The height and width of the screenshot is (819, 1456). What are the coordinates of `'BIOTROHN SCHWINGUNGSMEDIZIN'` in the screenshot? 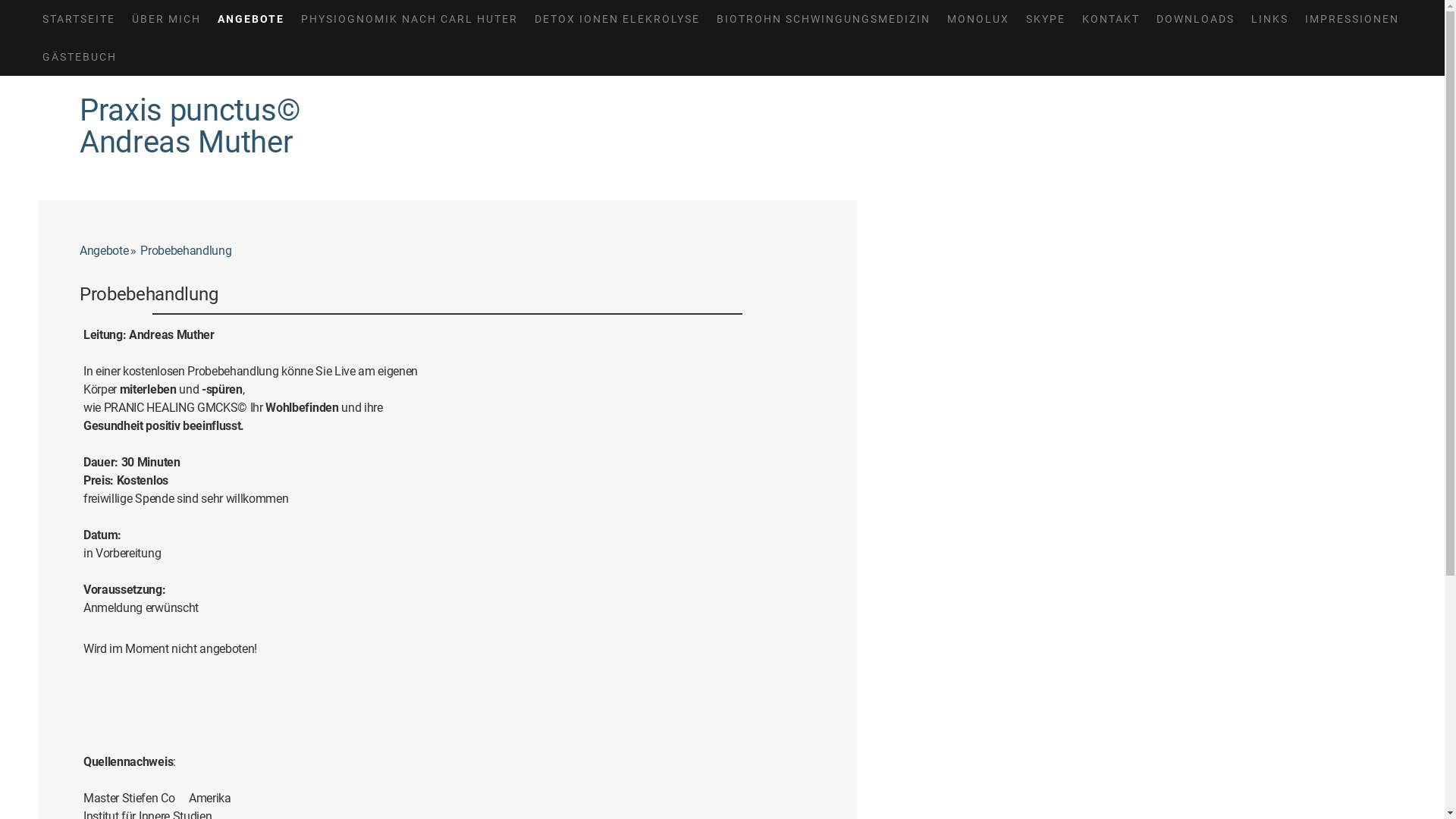 It's located at (822, 18).